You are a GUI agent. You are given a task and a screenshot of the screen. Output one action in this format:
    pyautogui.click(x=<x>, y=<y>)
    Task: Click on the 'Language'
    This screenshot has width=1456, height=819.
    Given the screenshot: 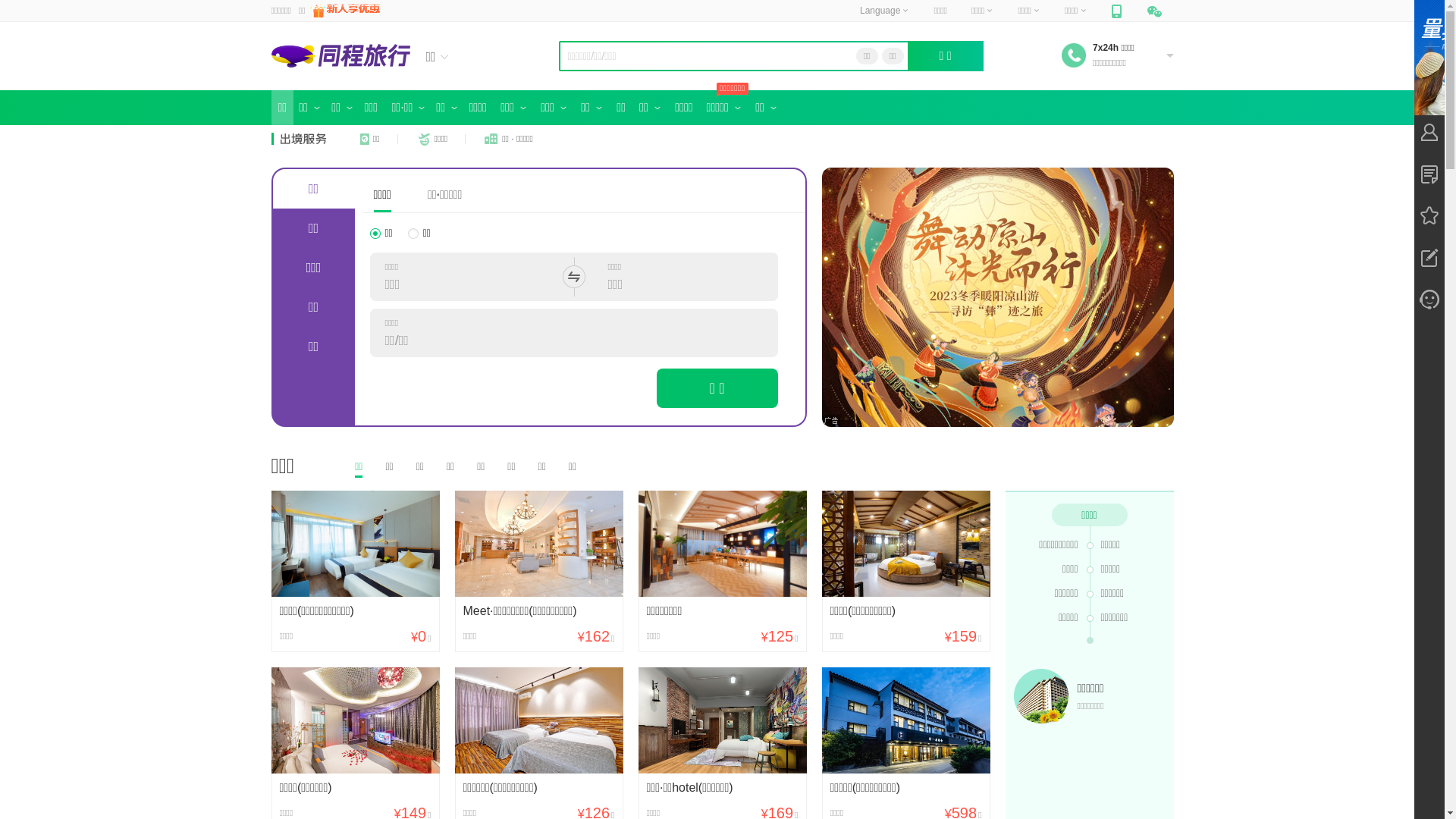 What is the action you would take?
    pyautogui.click(x=884, y=11)
    